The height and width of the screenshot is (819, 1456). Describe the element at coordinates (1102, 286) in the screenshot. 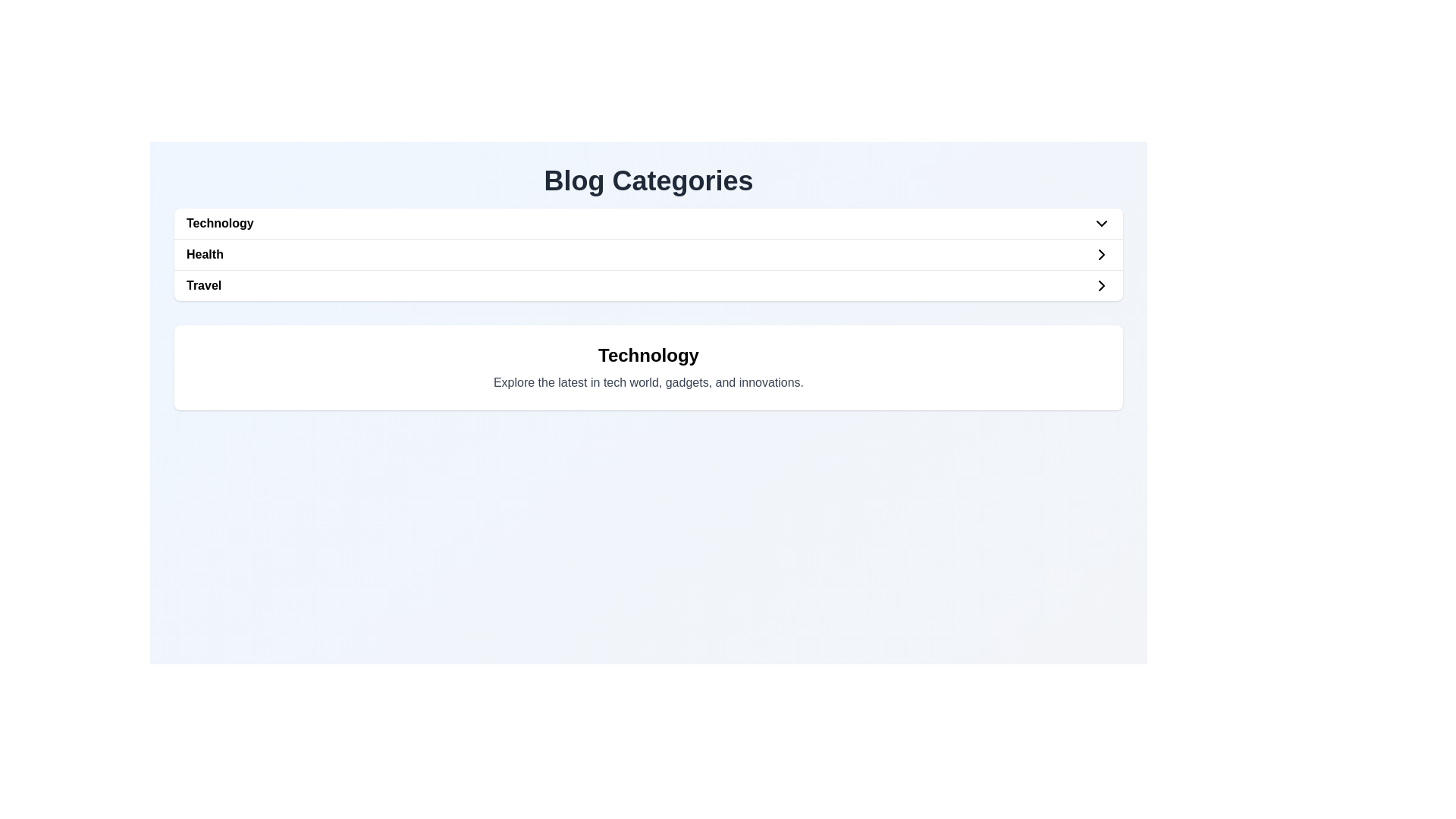

I see `the right-pointing chevron arrow icon located in the 'Travel' row of blog categories` at that location.